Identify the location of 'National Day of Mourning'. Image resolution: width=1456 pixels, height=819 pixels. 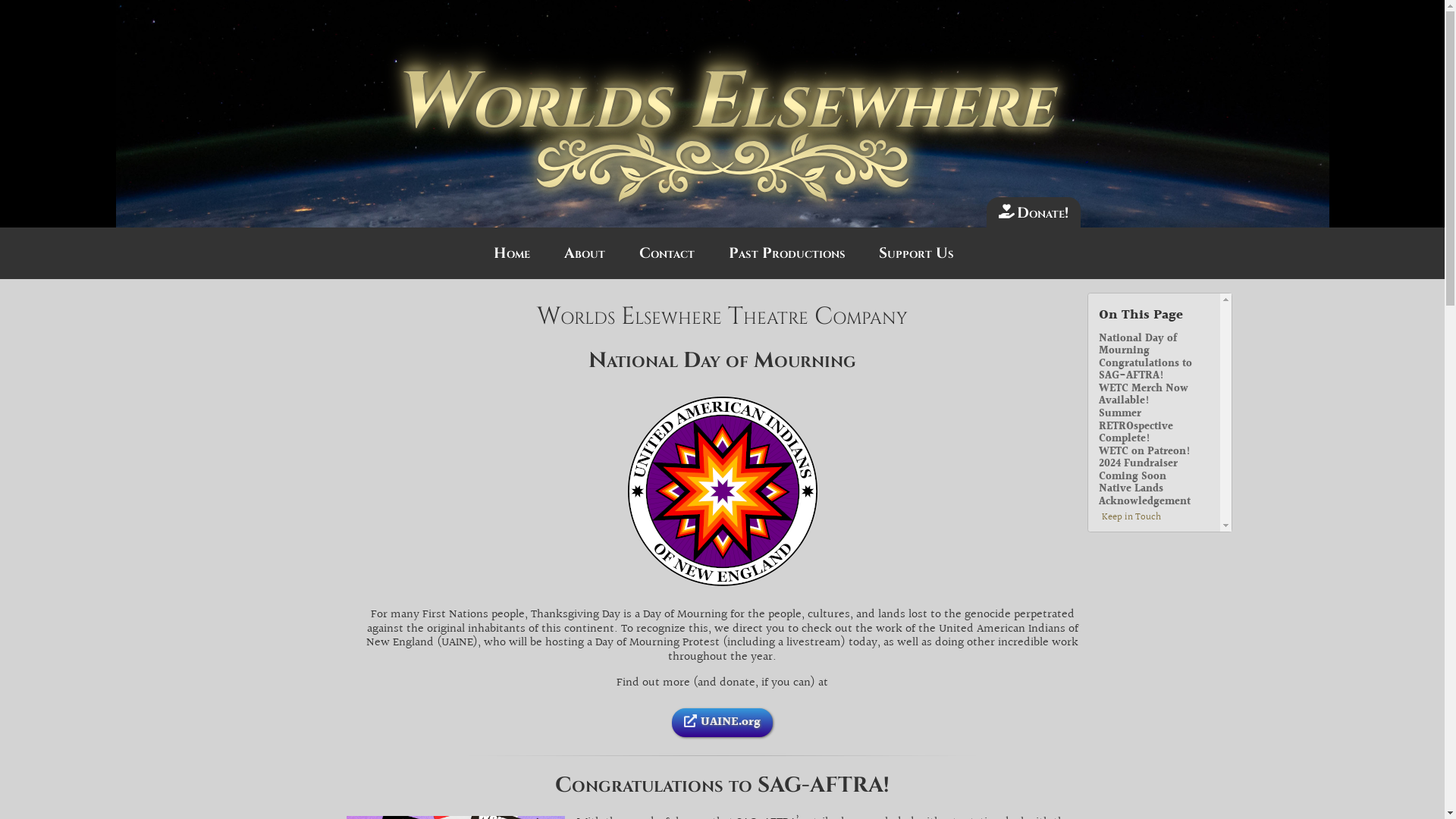
(1099, 345).